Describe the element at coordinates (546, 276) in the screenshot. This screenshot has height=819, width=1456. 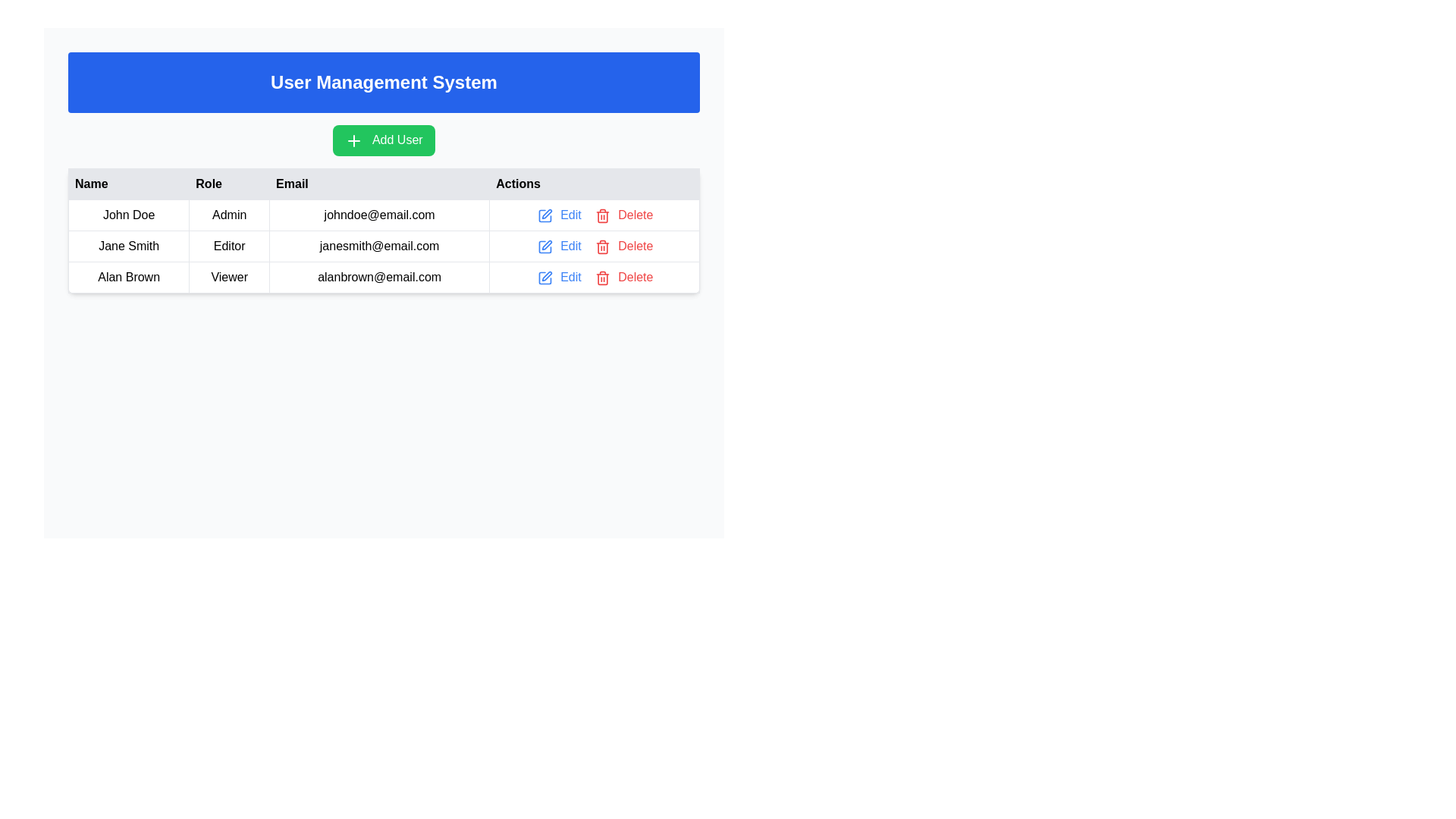
I see `the 'edit action' graphic icon located in the last row of the table under the 'Actions' column` at that location.